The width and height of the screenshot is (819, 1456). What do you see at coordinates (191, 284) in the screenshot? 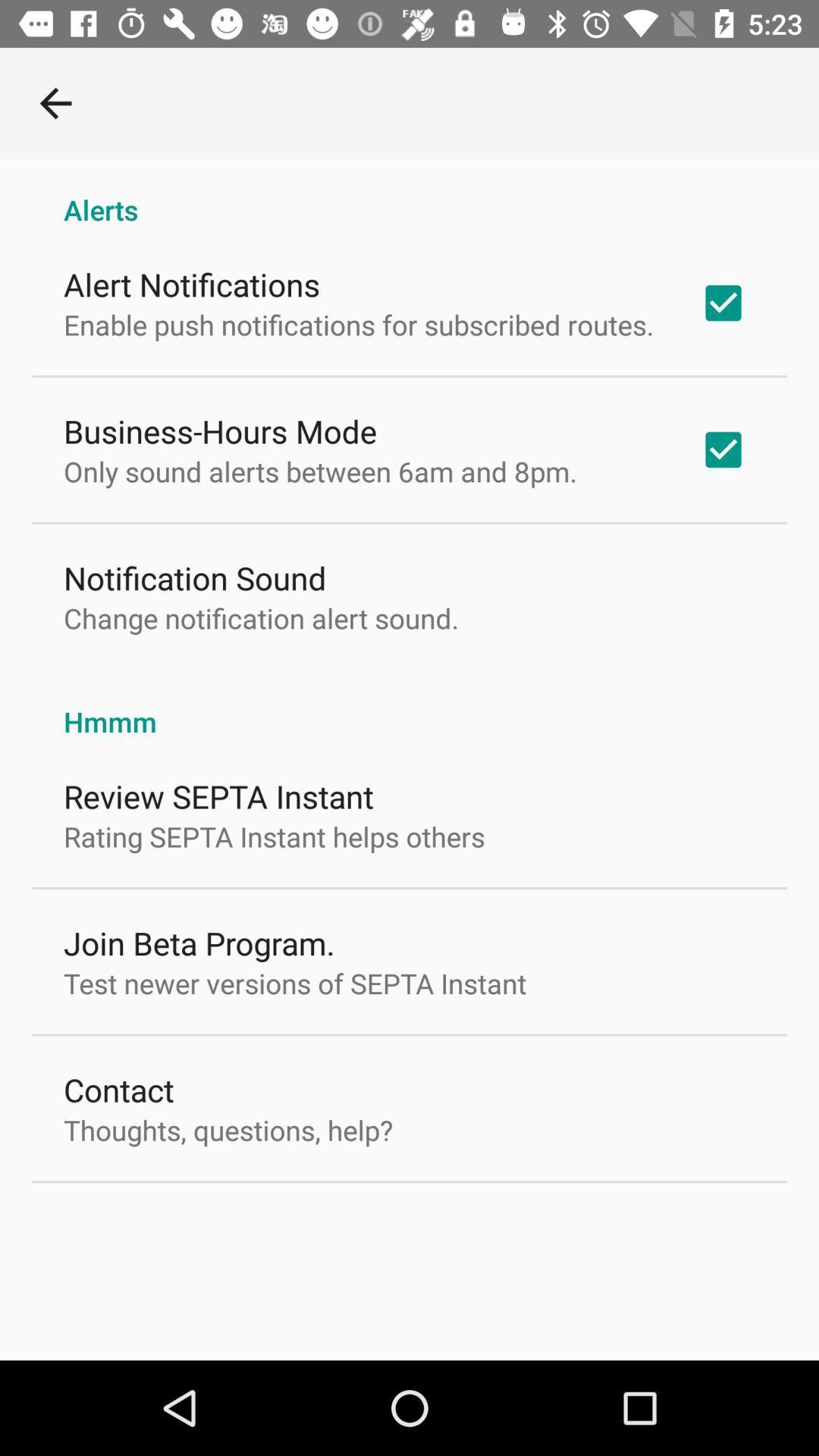
I see `the icon below alerts item` at bounding box center [191, 284].